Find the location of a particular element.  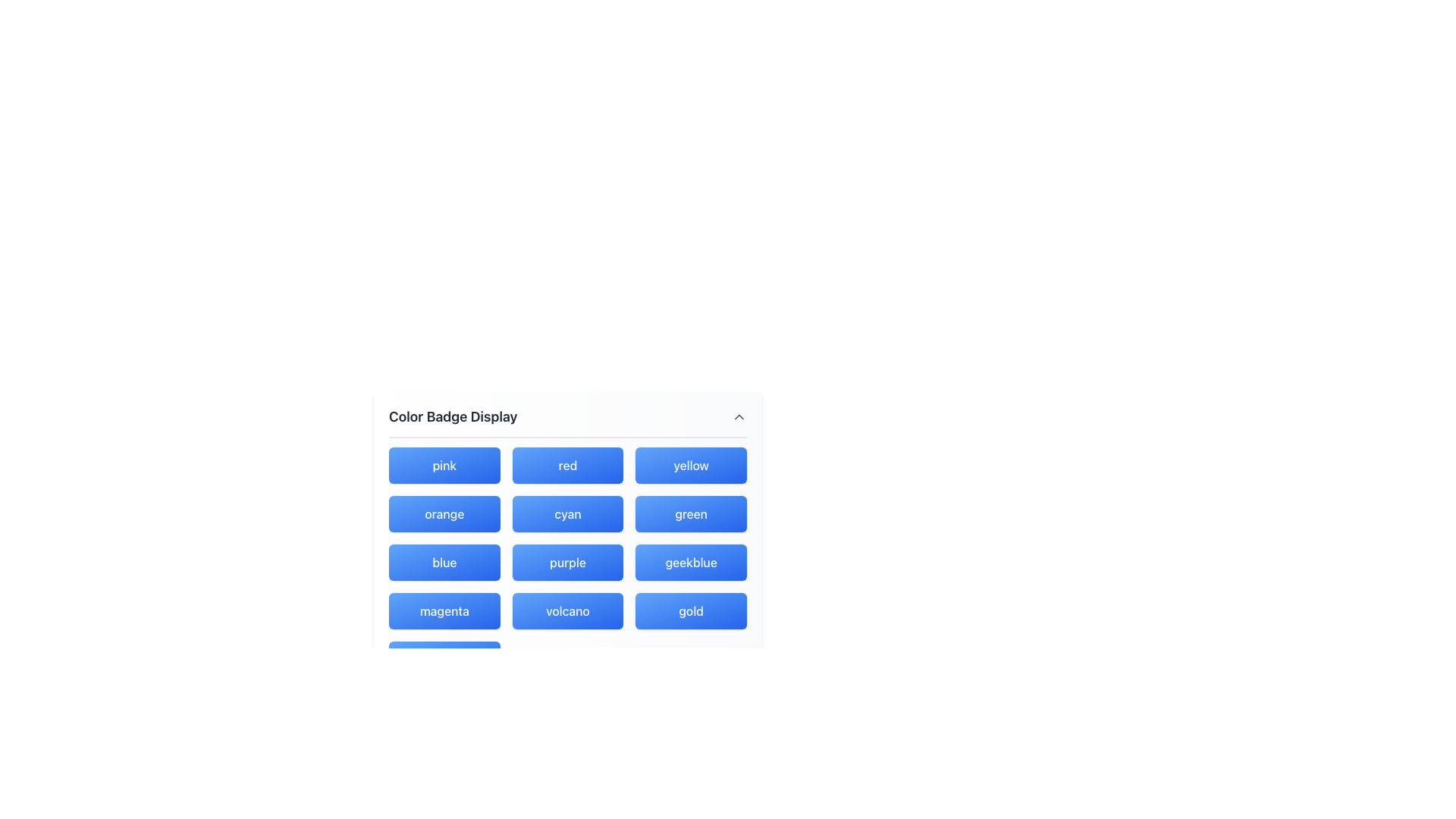

the purple color selection button located in the middle of the third row of the grid layout, which is positioned below the blue and cyan buttons, and above the volcano and gold buttons is located at coordinates (566, 562).